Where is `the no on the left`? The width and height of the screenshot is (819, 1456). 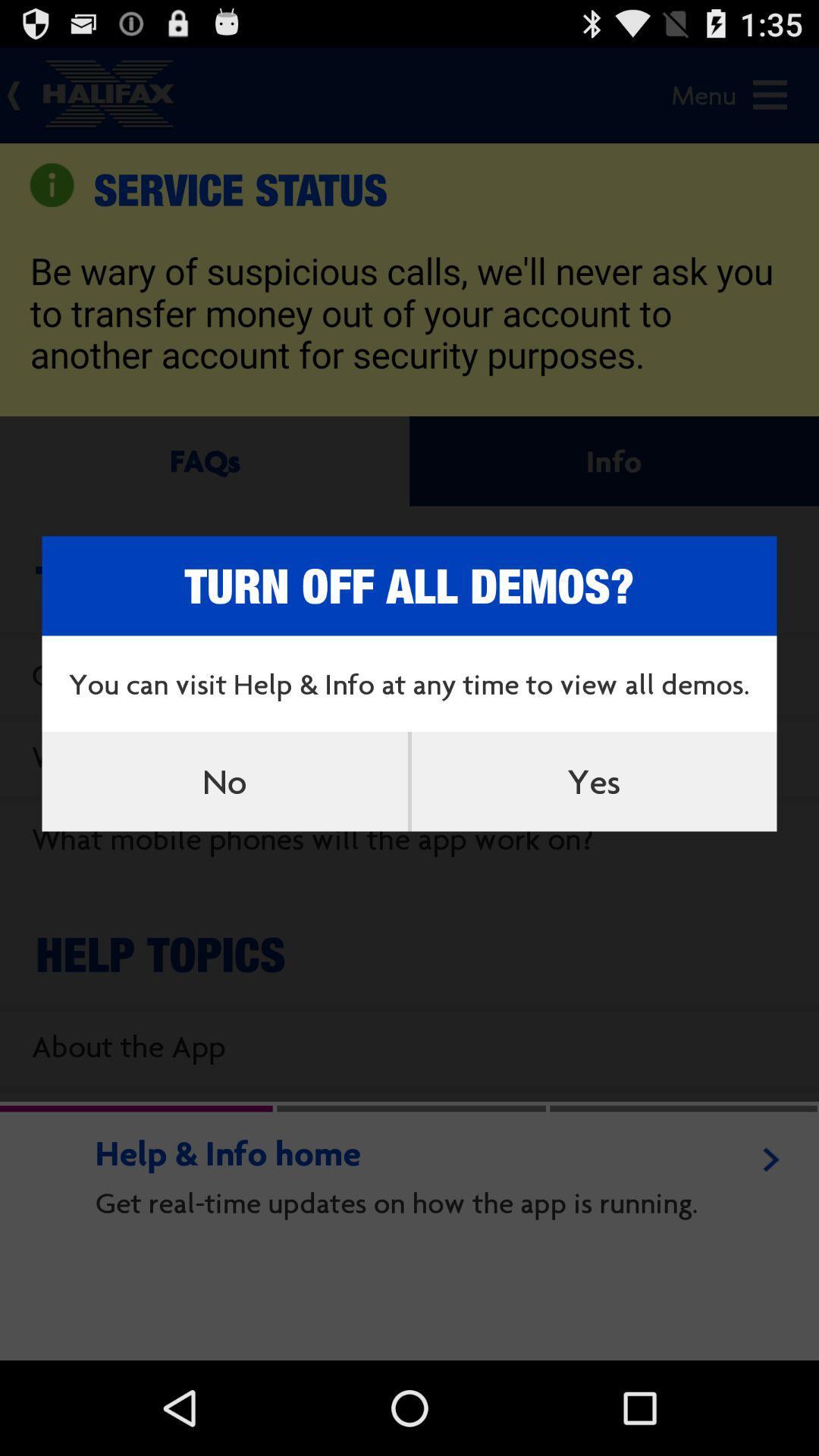
the no on the left is located at coordinates (224, 781).